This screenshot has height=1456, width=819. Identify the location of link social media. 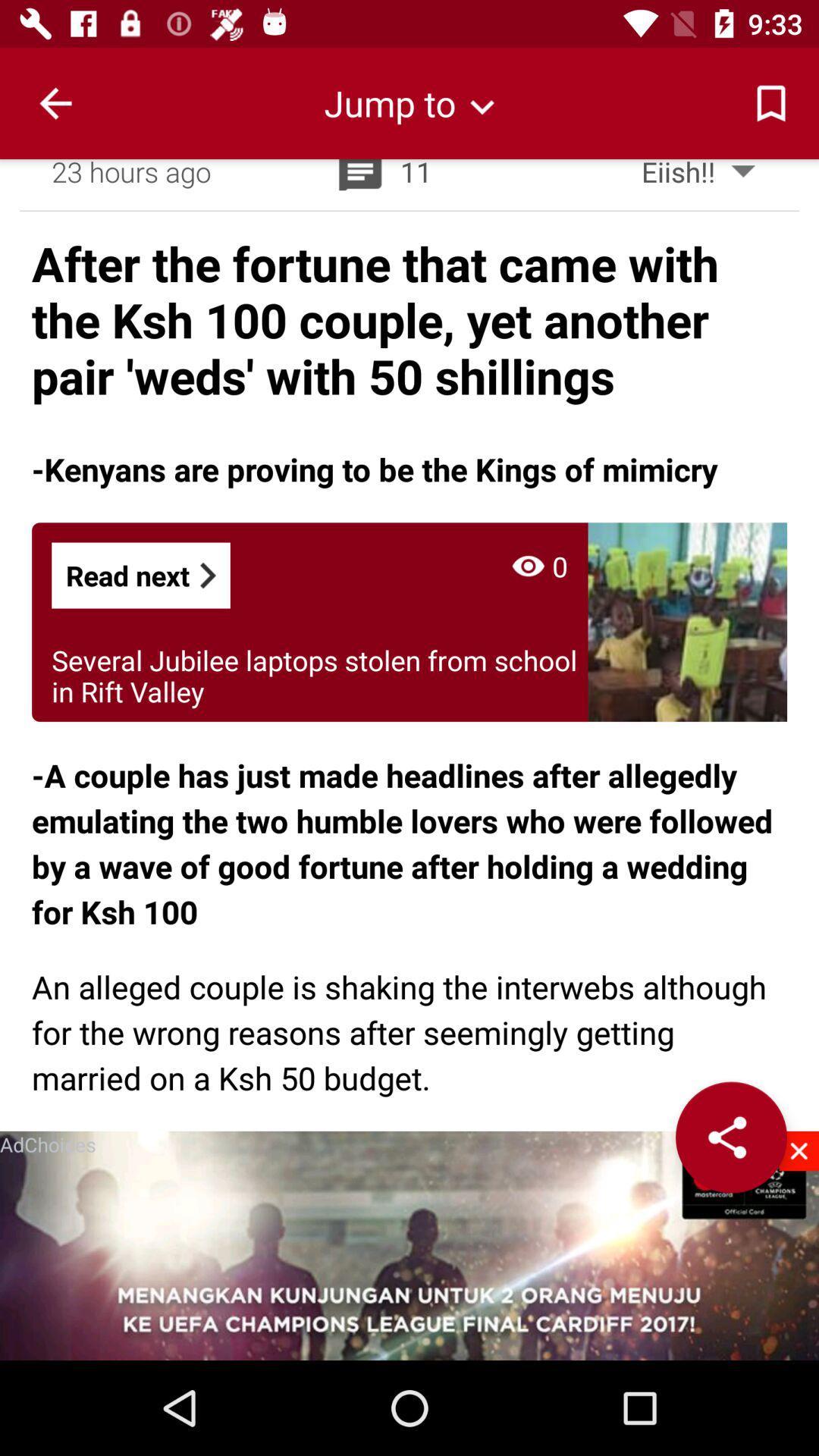
(730, 1137).